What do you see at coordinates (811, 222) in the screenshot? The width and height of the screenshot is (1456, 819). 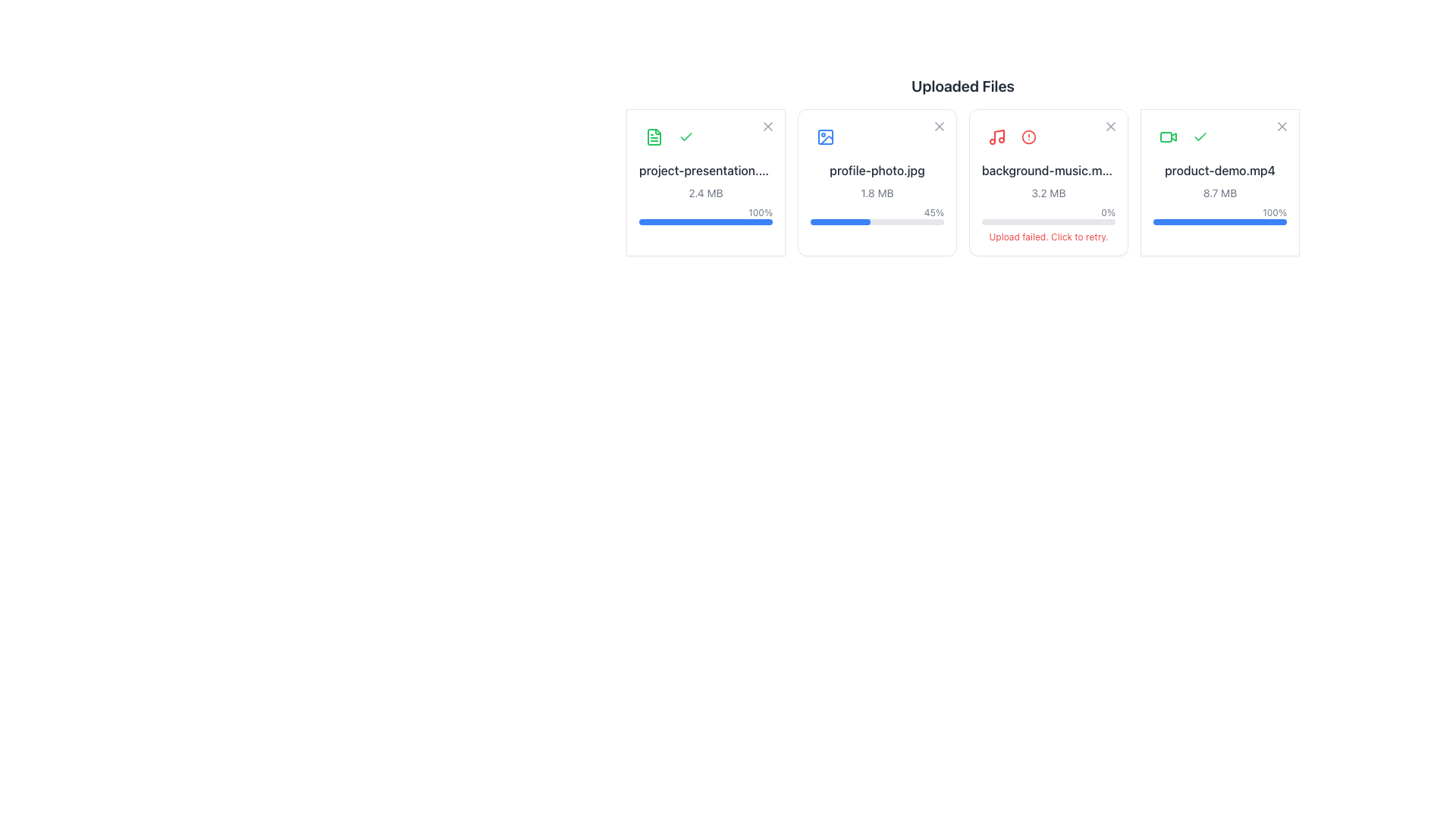 I see `progress bar value` at bounding box center [811, 222].